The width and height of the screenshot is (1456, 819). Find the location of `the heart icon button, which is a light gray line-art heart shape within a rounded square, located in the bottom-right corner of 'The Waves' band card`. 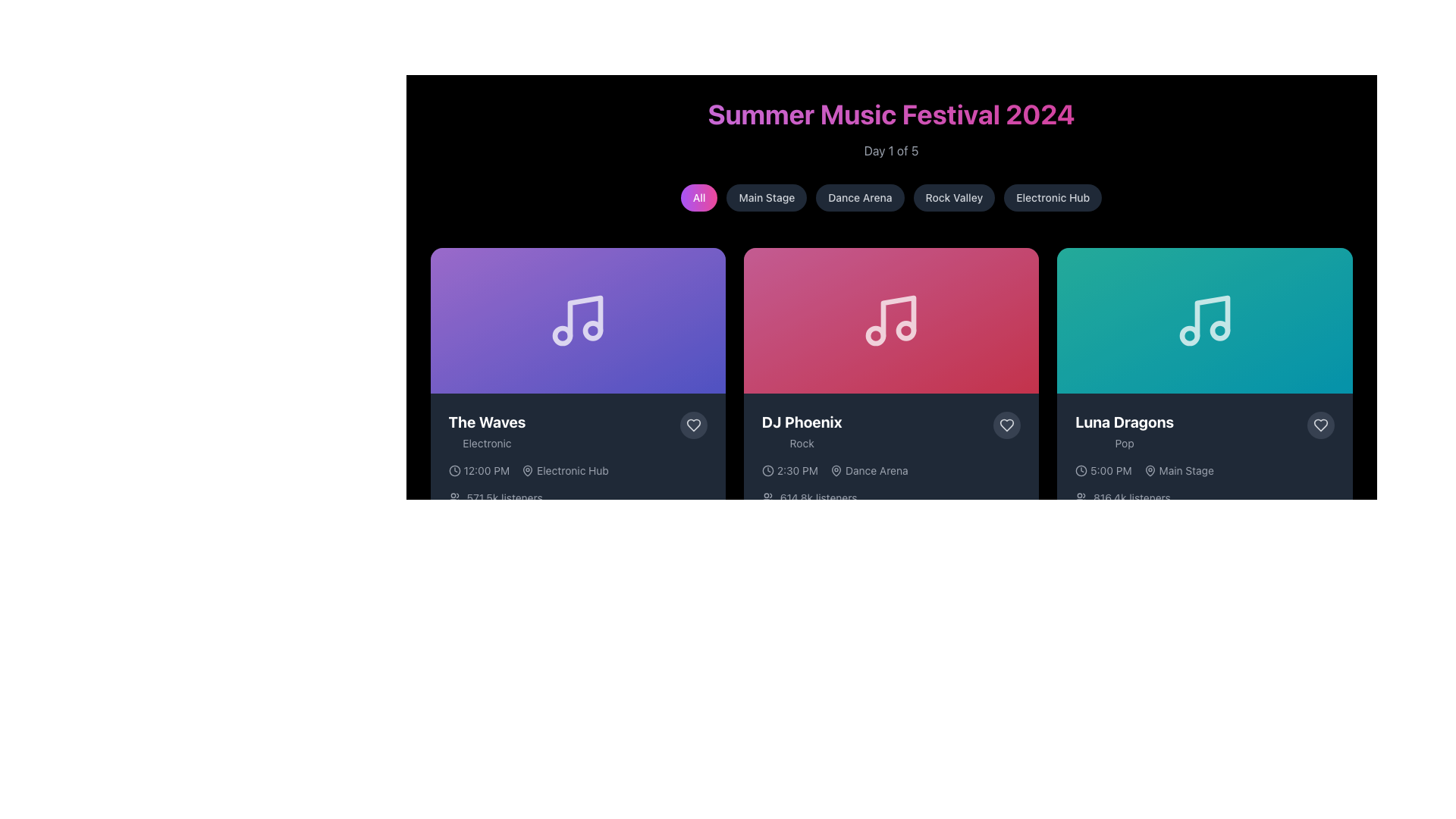

the heart icon button, which is a light gray line-art heart shape within a rounded square, located in the bottom-right corner of 'The Waves' band card is located at coordinates (692, 425).